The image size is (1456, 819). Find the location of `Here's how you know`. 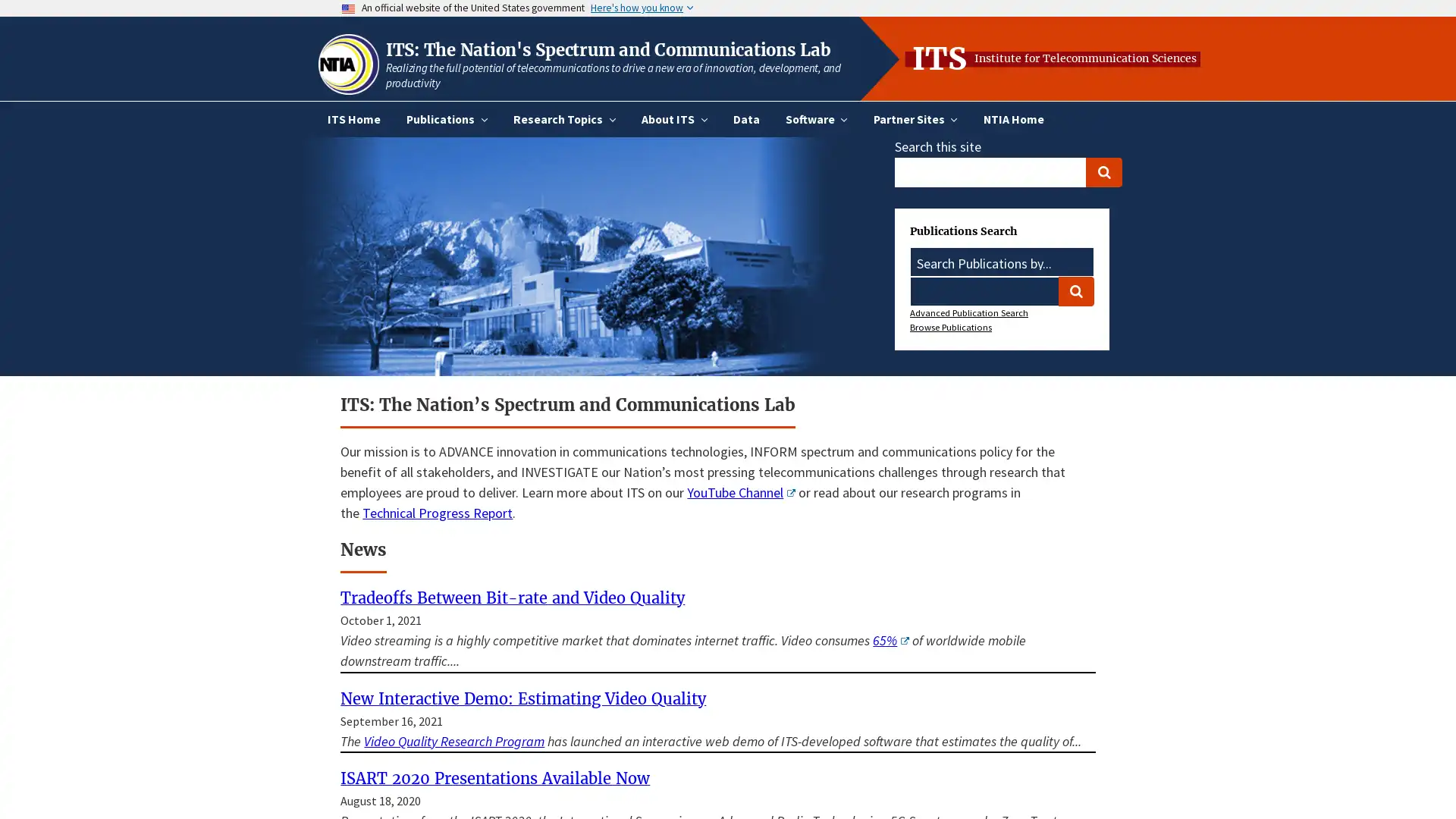

Here's how you know is located at coordinates (642, 8).